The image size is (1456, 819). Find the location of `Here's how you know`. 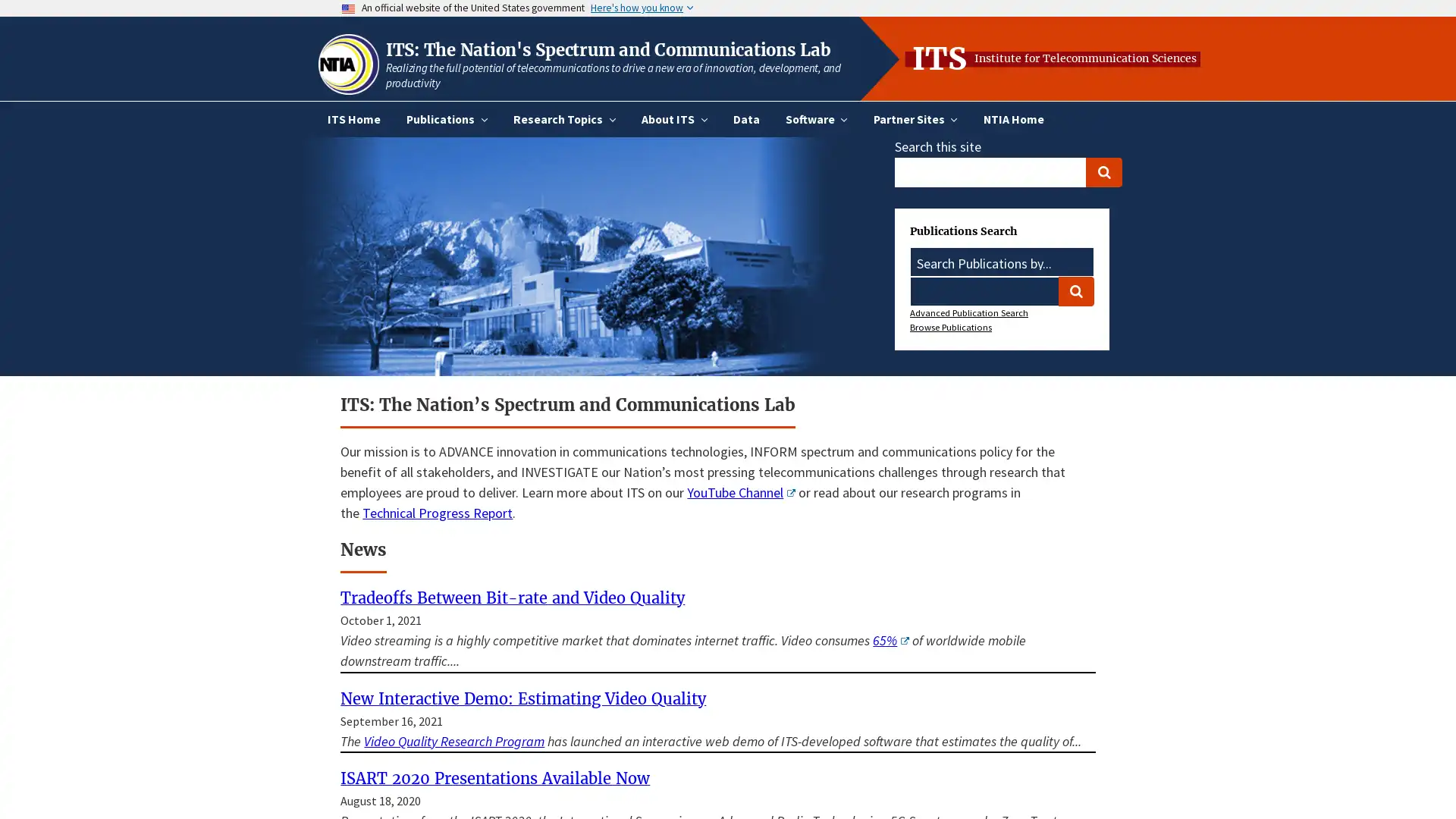

Here's how you know is located at coordinates (642, 8).